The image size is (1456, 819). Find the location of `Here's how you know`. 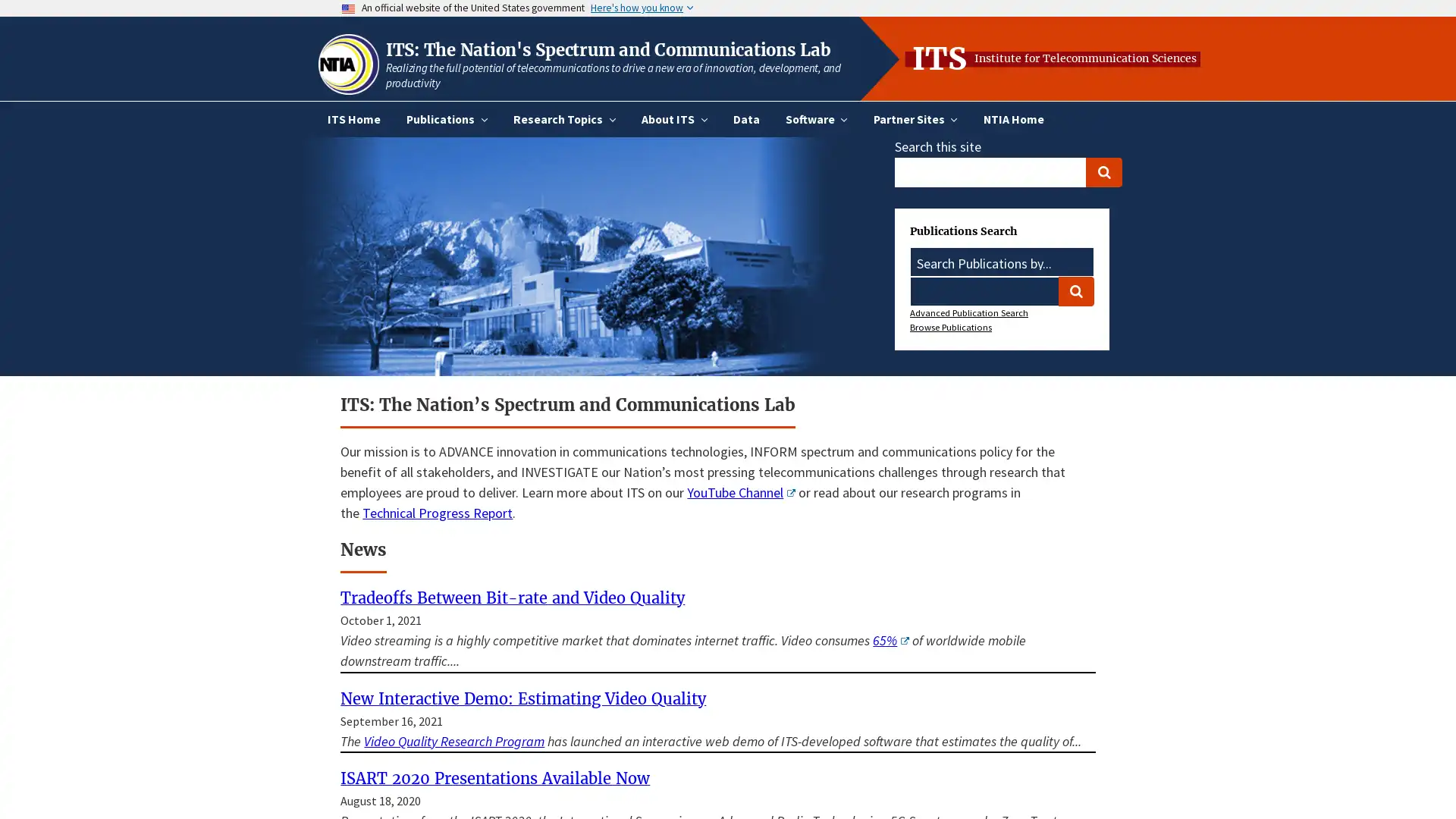

Here's how you know is located at coordinates (642, 8).